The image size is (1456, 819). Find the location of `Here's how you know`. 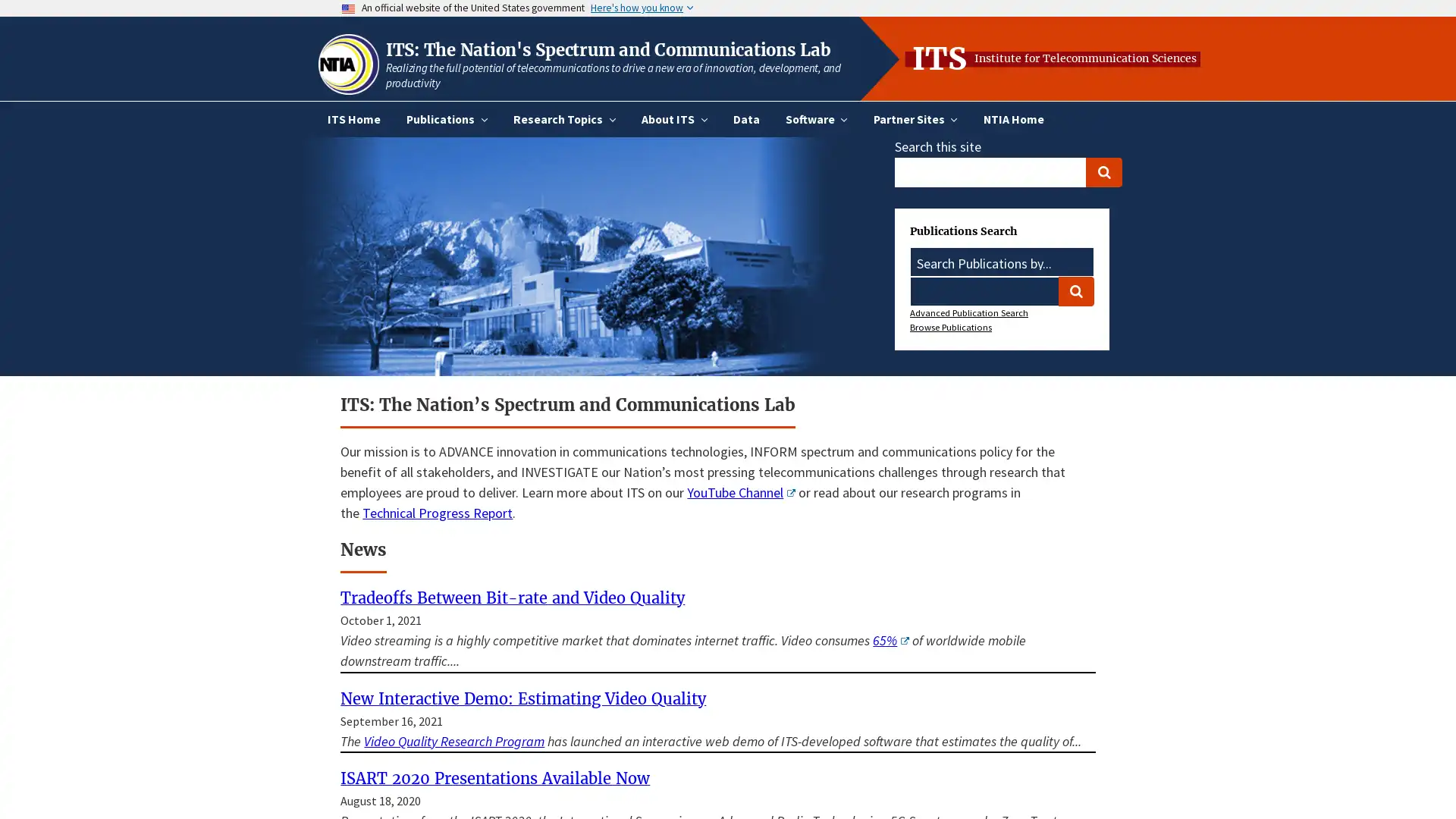

Here's how you know is located at coordinates (642, 8).